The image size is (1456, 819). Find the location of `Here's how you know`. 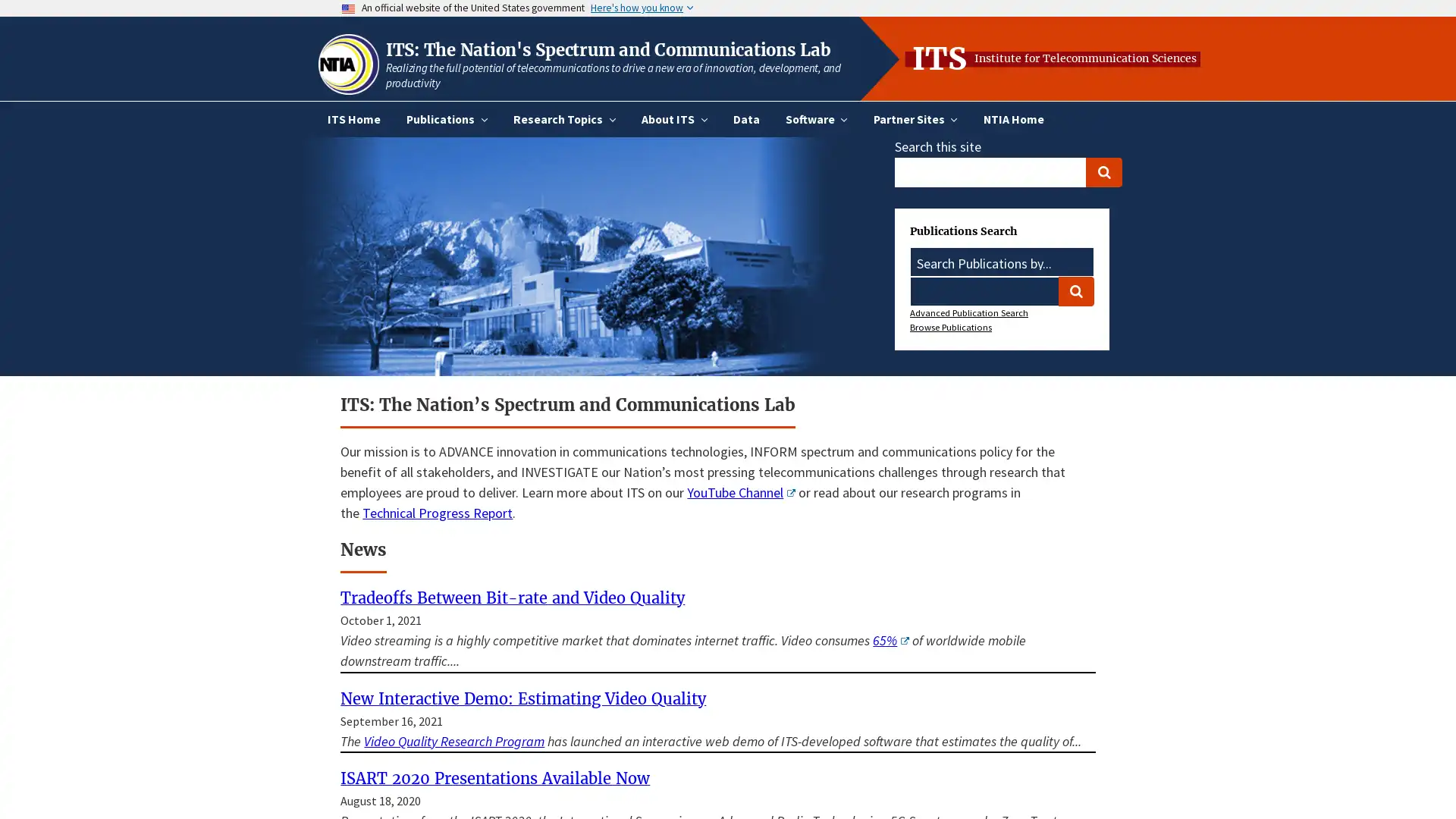

Here's how you know is located at coordinates (642, 8).